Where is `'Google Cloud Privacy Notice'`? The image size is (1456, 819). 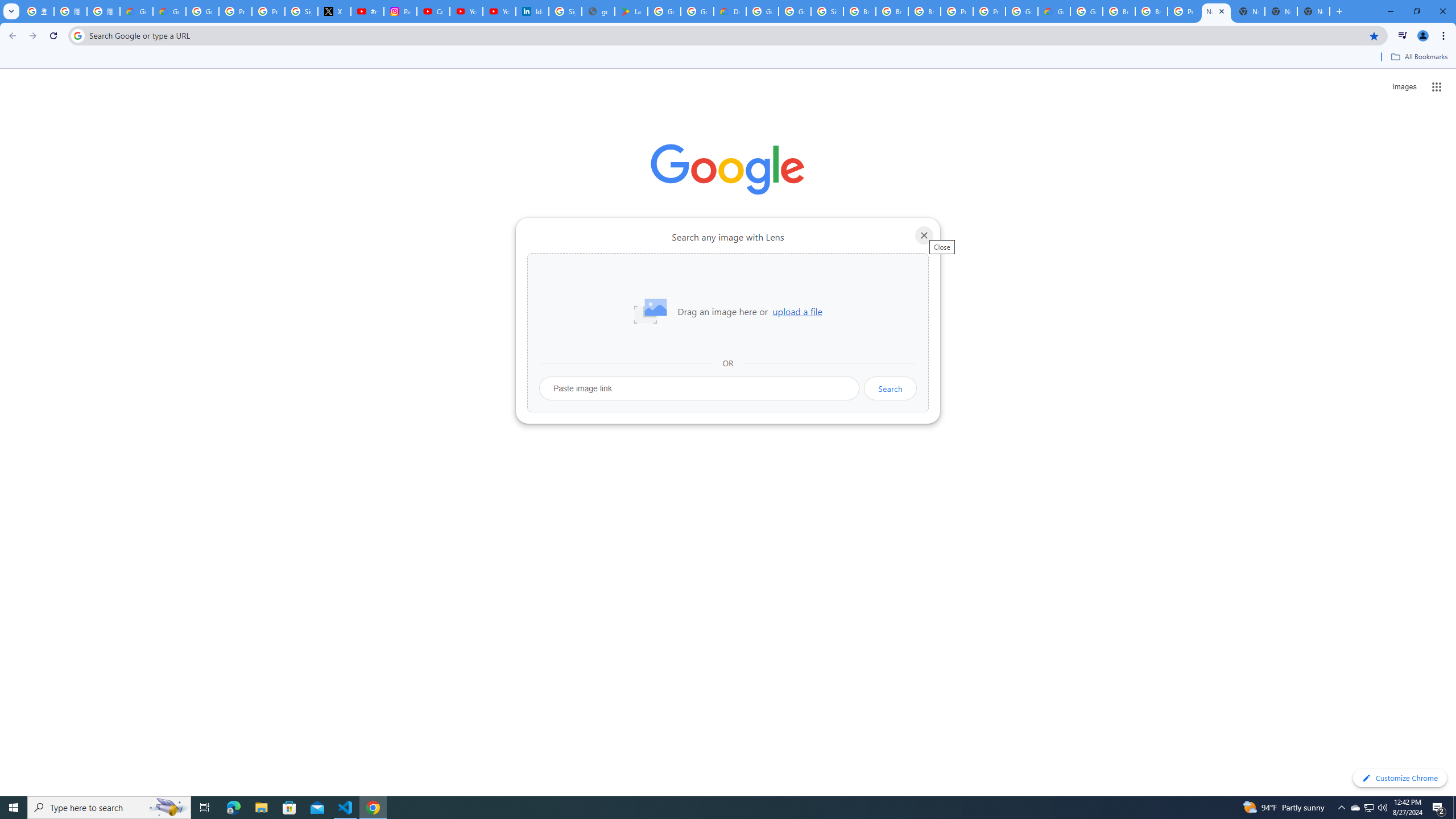
'Google Cloud Privacy Notice' is located at coordinates (169, 11).